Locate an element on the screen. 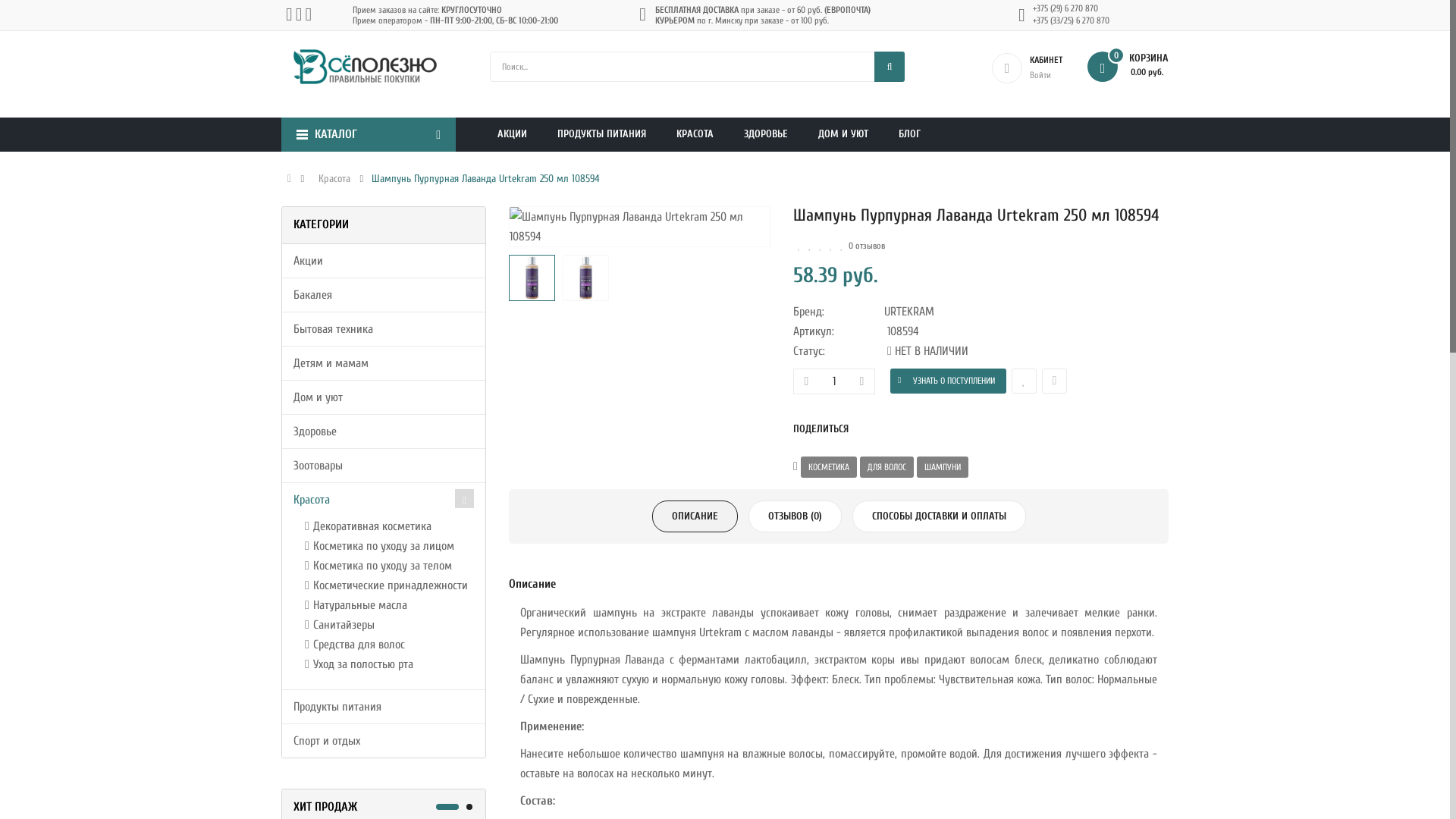  '+375 (33/25) 6 270 870' is located at coordinates (1070, 20).